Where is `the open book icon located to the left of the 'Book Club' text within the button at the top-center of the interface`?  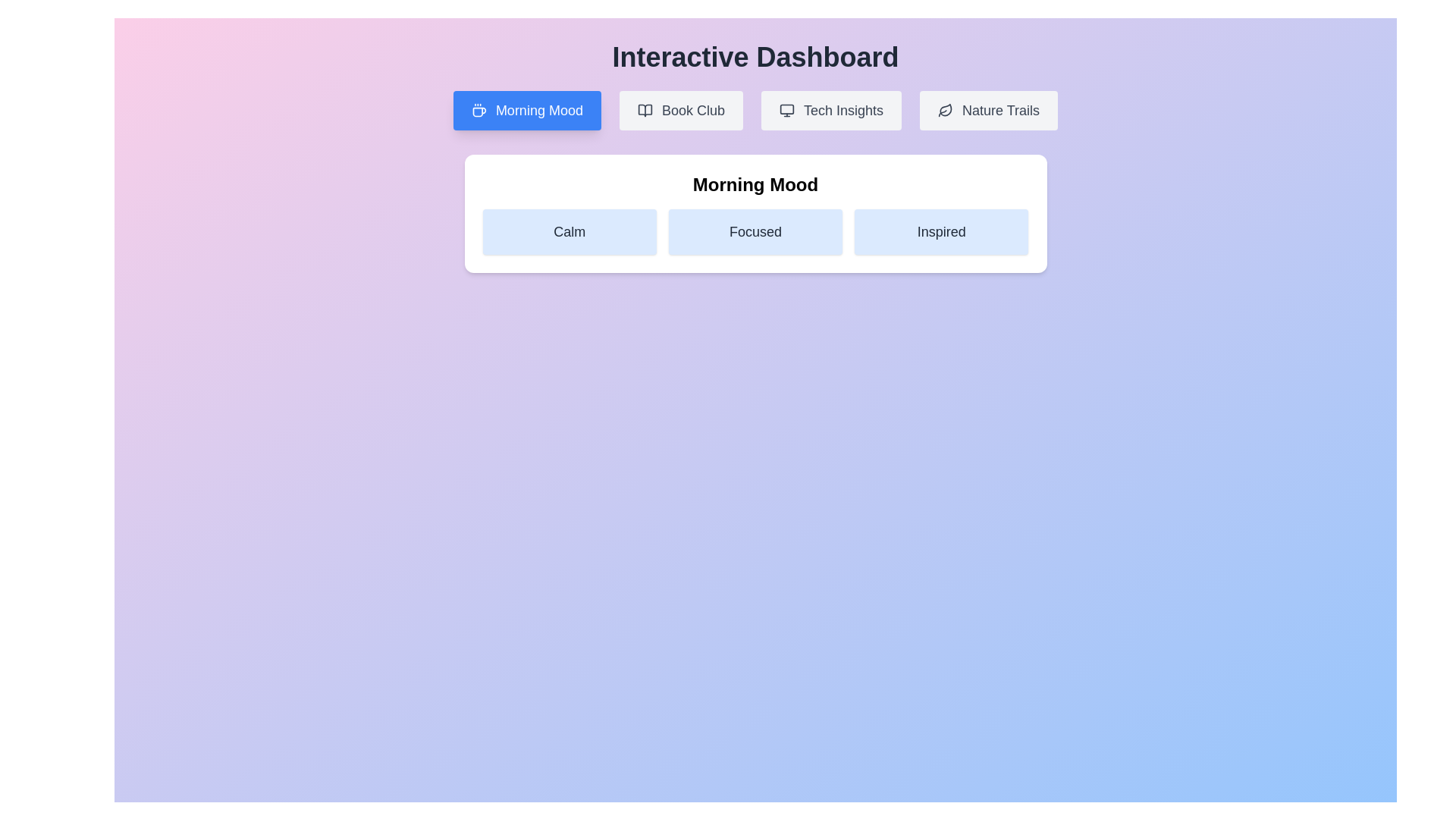 the open book icon located to the left of the 'Book Club' text within the button at the top-center of the interface is located at coordinates (645, 110).